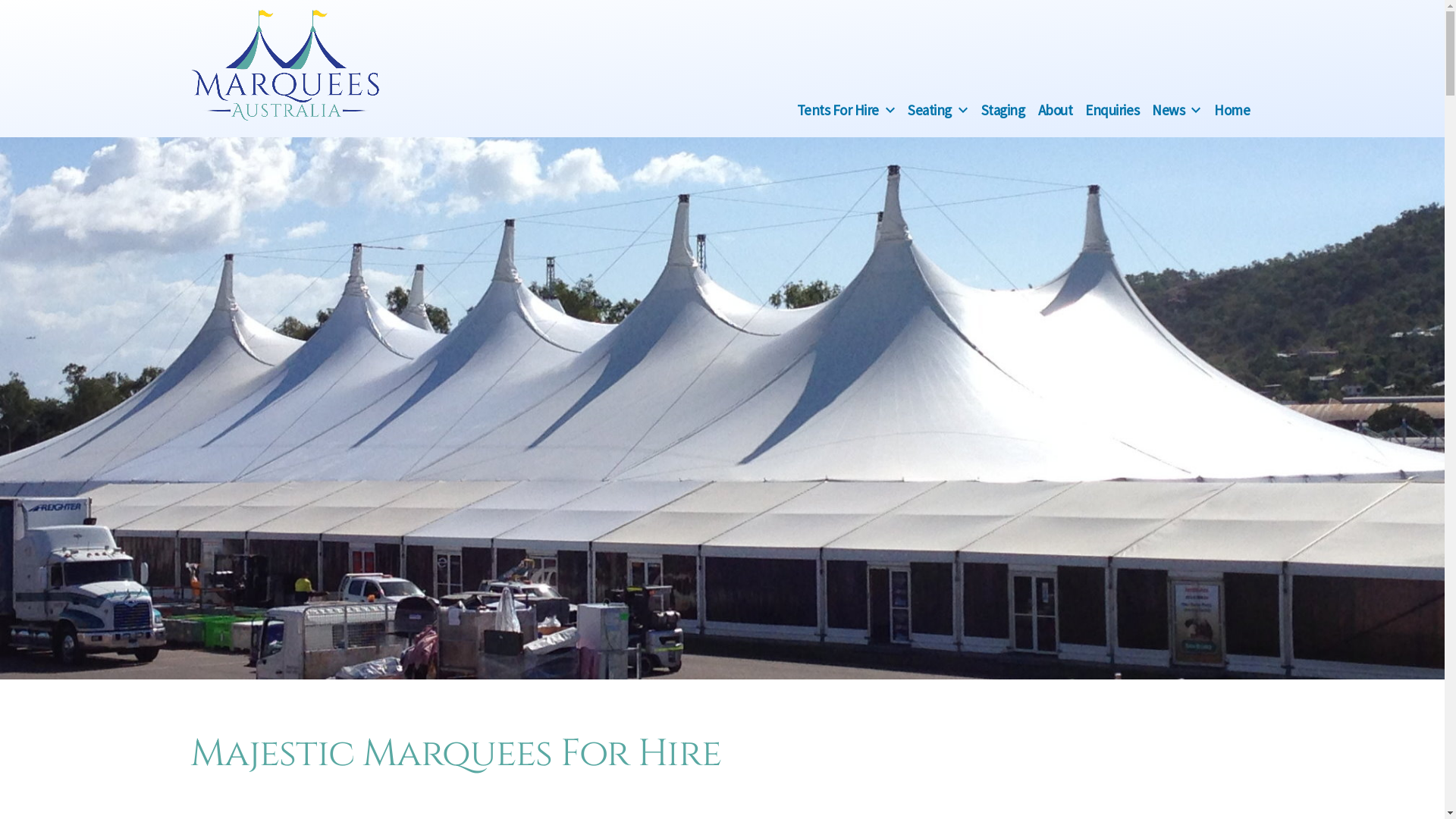 The height and width of the screenshot is (819, 1456). I want to click on 'About', so click(1055, 108).